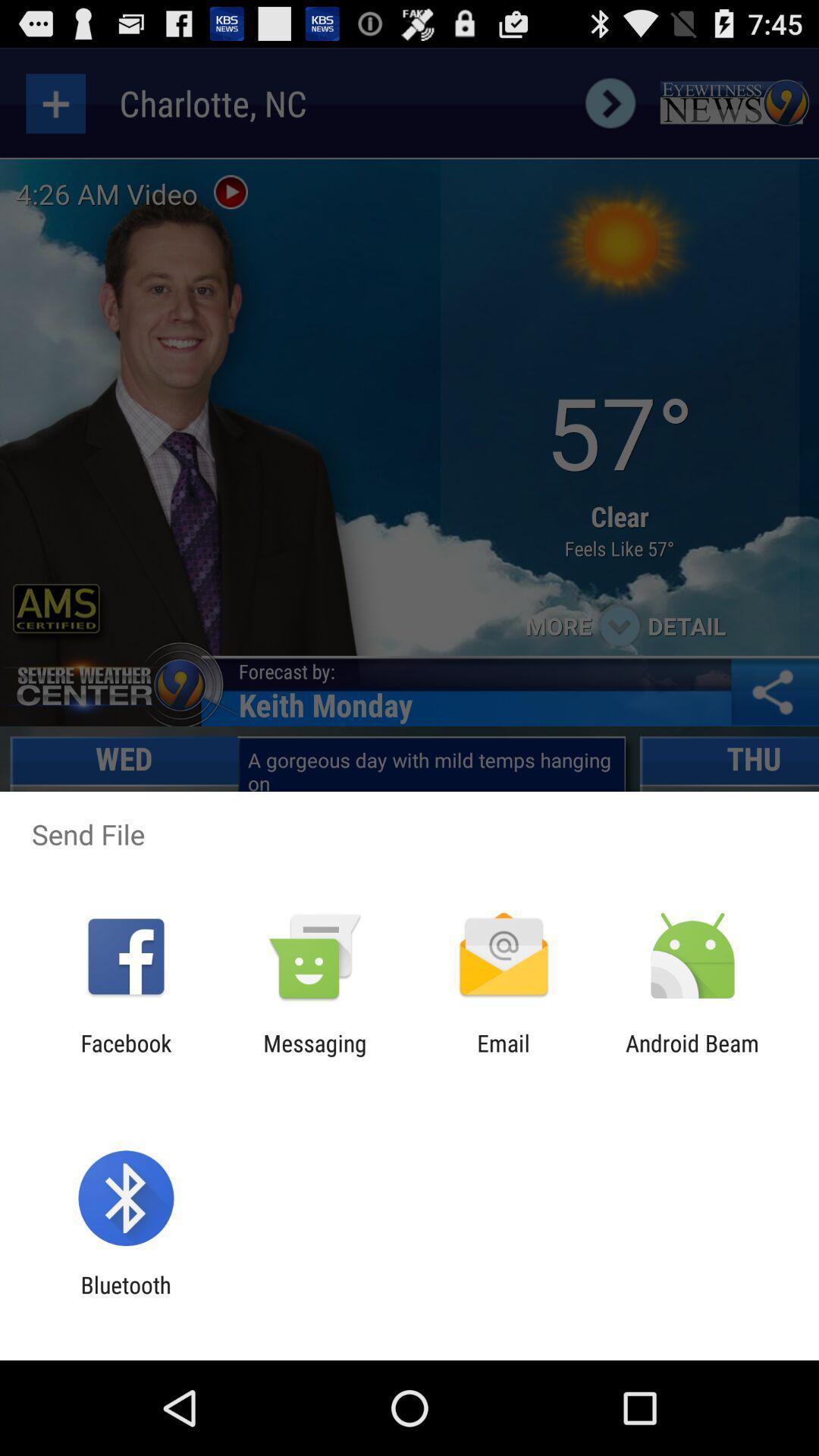 The width and height of the screenshot is (819, 1456). Describe the element at coordinates (314, 1056) in the screenshot. I see `the app next to the facebook app` at that location.